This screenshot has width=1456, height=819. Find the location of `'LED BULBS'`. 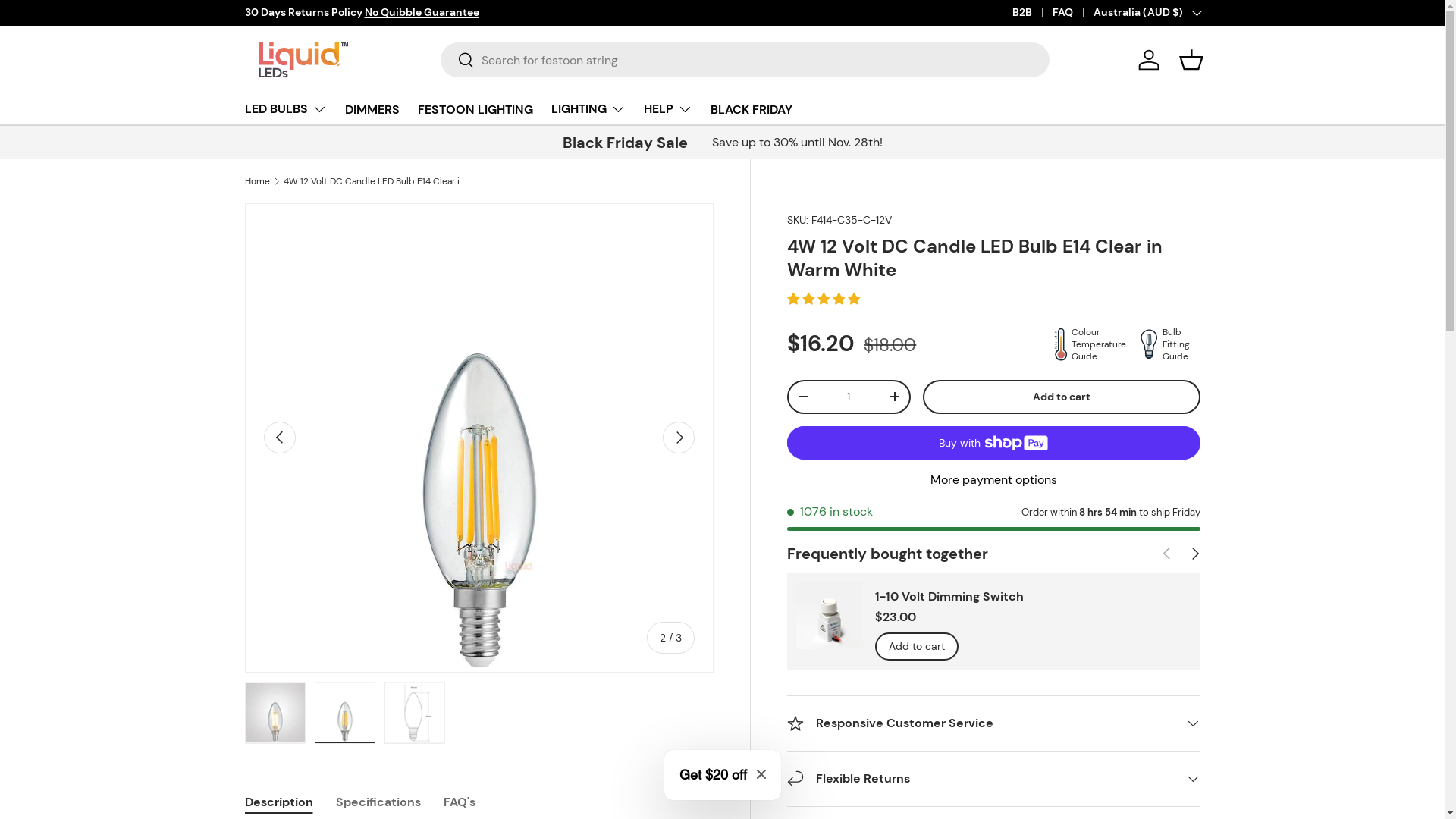

'LED BULBS' is located at coordinates (243, 108).